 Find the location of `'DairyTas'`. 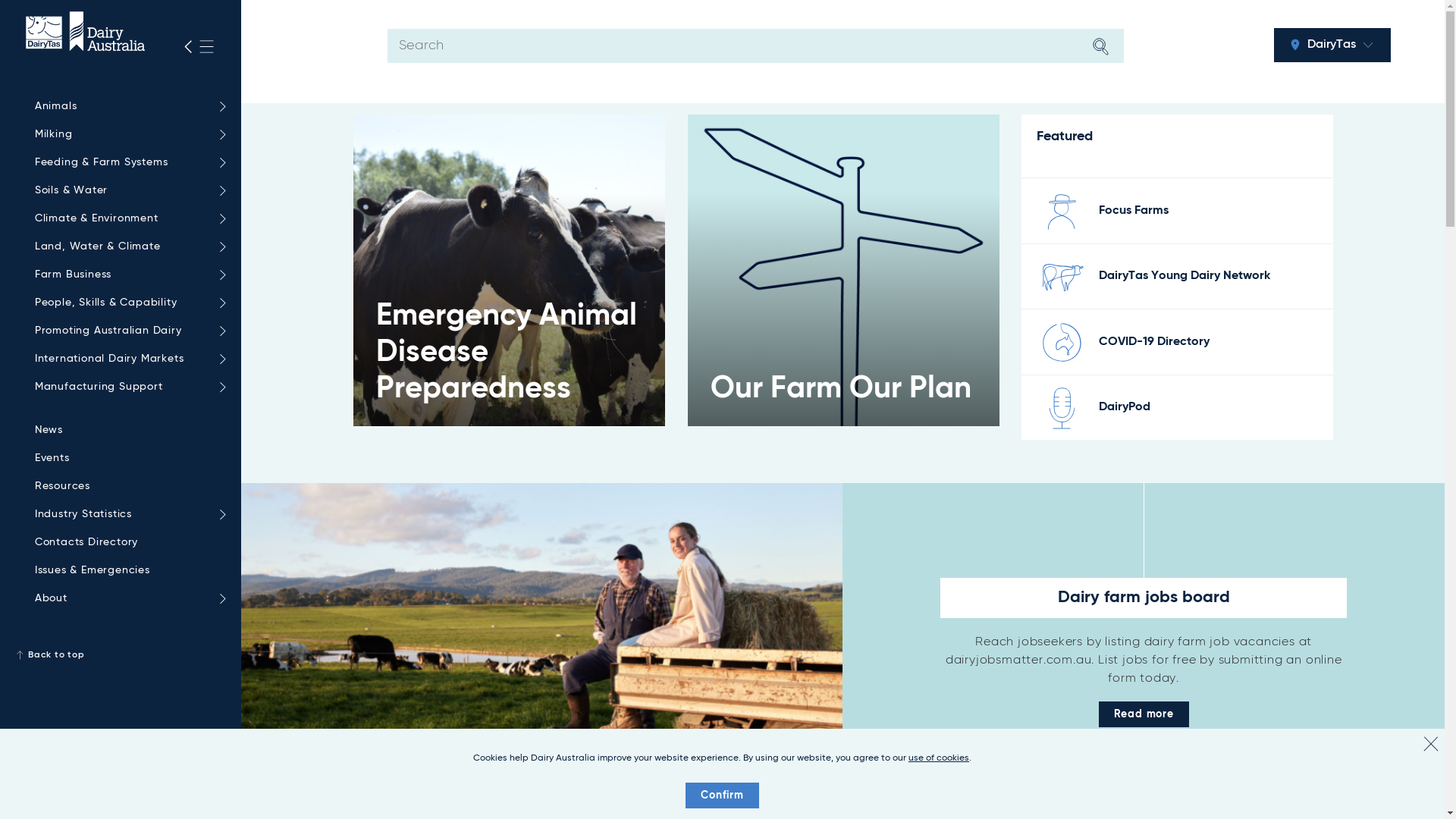

'DairyTas' is located at coordinates (1331, 44).